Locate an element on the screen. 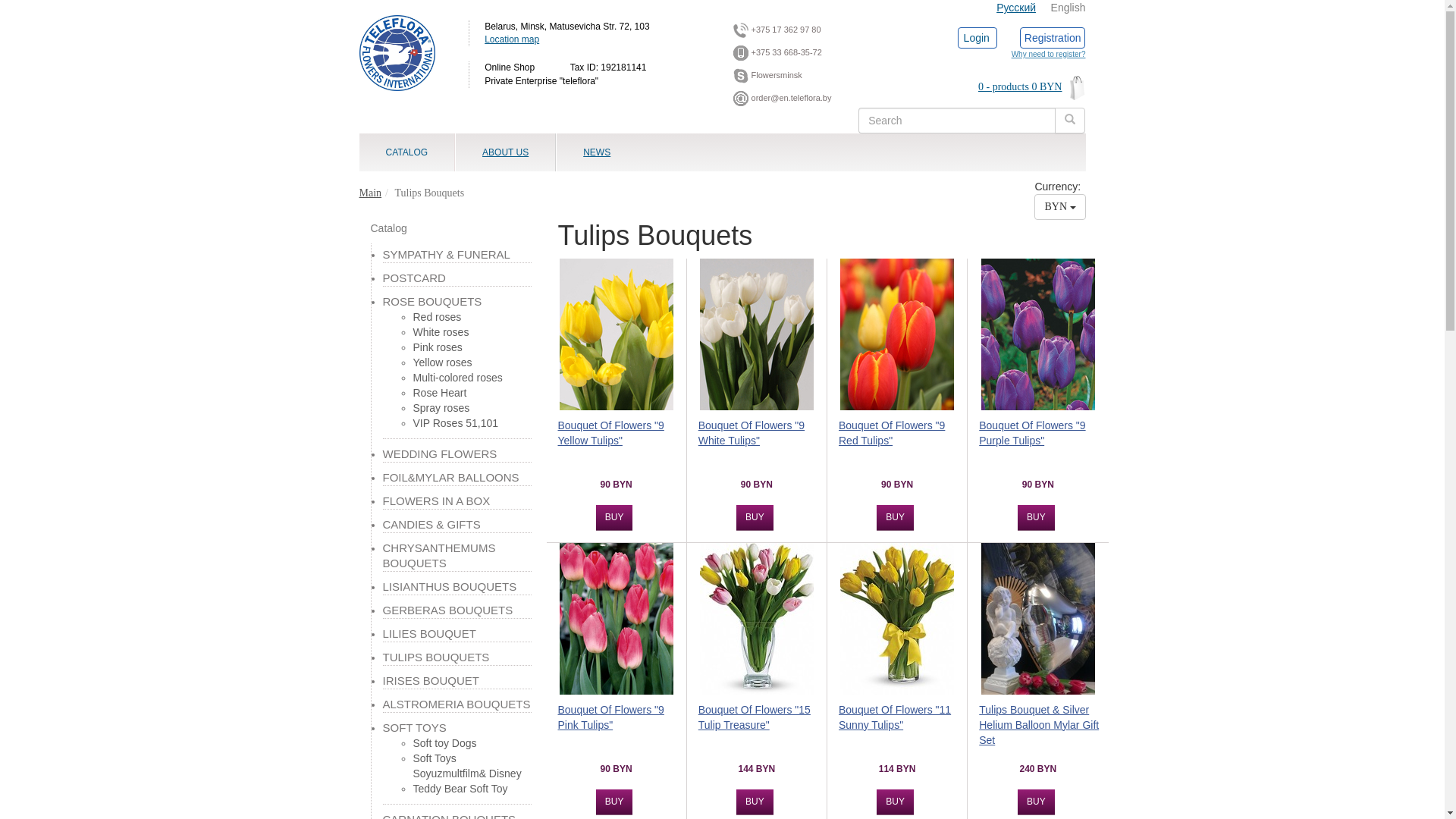  'Login' is located at coordinates (975, 37).